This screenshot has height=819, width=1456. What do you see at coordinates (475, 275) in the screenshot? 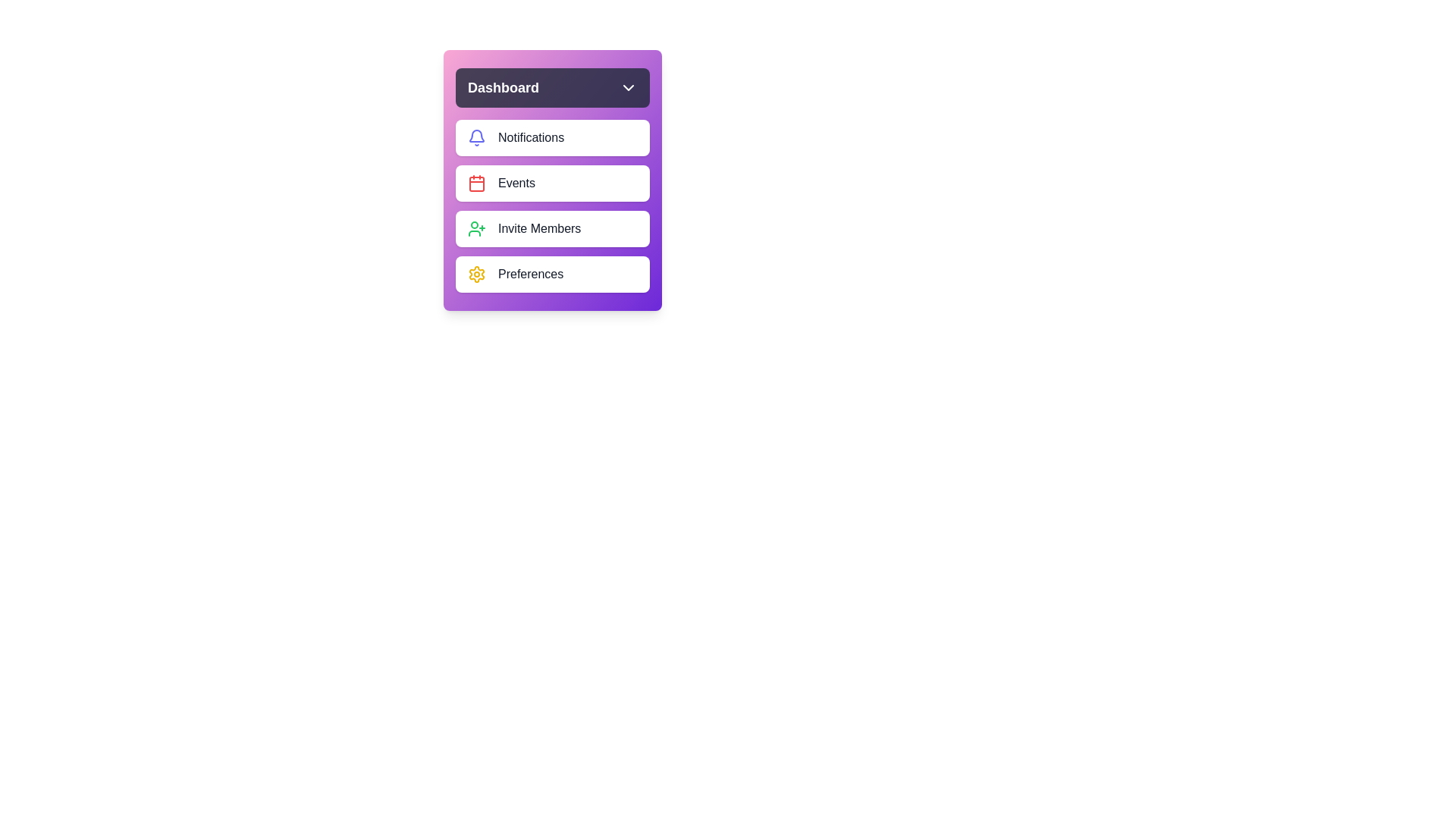
I see `the Preferences icon in the dashboard` at bounding box center [475, 275].